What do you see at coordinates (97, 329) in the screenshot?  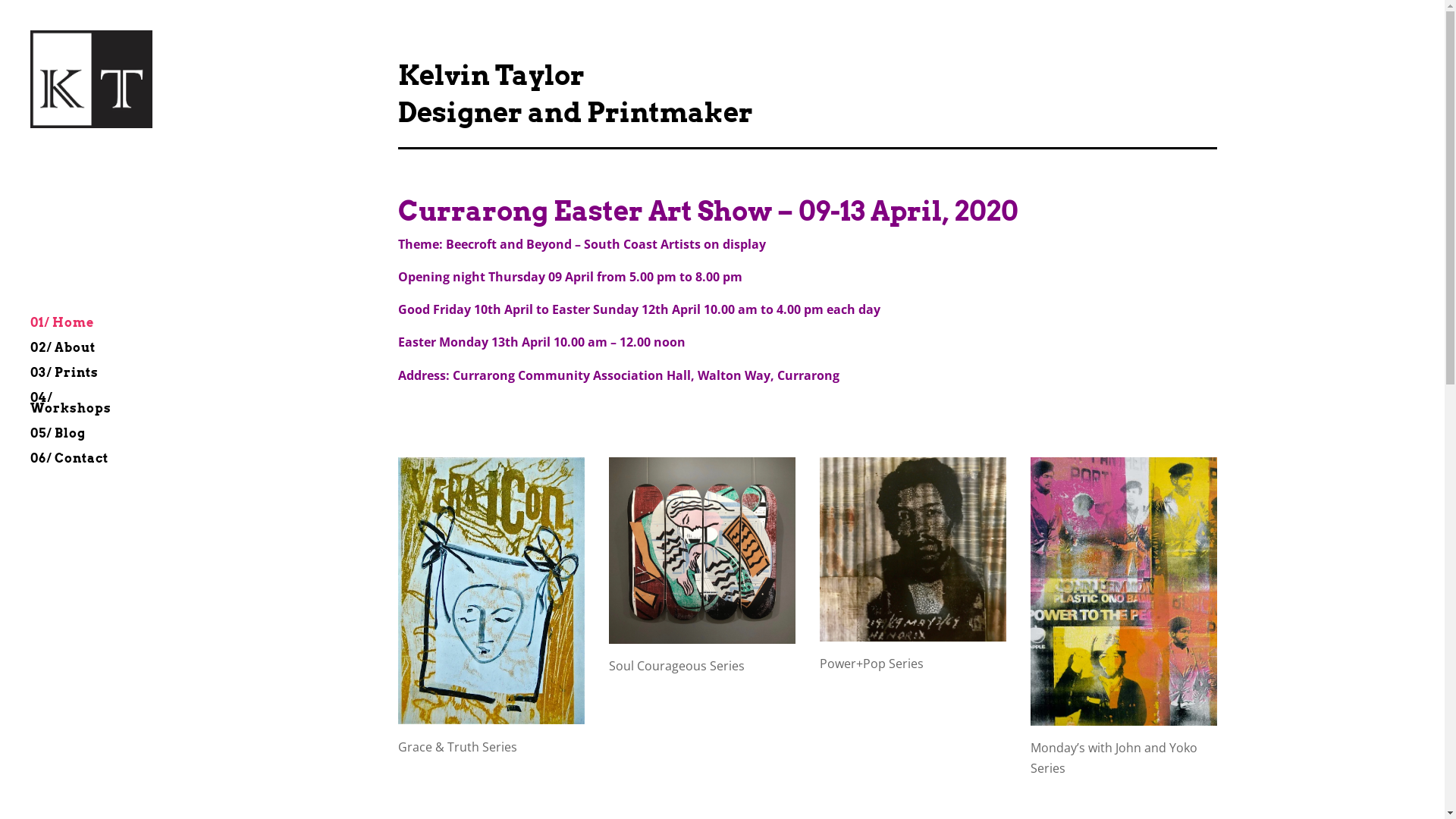 I see `'01/ Home'` at bounding box center [97, 329].